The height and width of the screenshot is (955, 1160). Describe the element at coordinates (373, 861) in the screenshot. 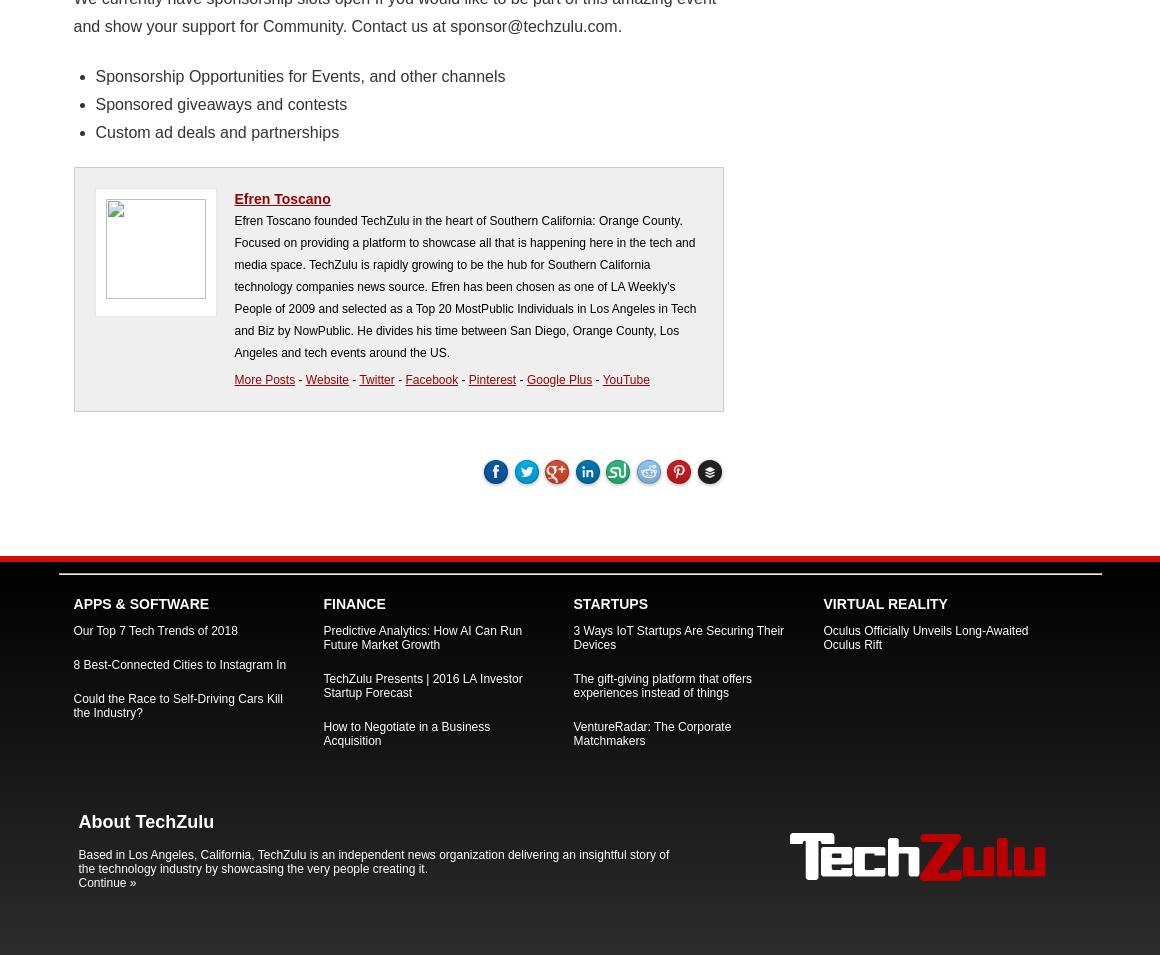

I see `'Based in Los Angeles, California, TechZulu is an independent news organization delivering an insightful story of the technology industry by showcasing the very people creating it.'` at that location.